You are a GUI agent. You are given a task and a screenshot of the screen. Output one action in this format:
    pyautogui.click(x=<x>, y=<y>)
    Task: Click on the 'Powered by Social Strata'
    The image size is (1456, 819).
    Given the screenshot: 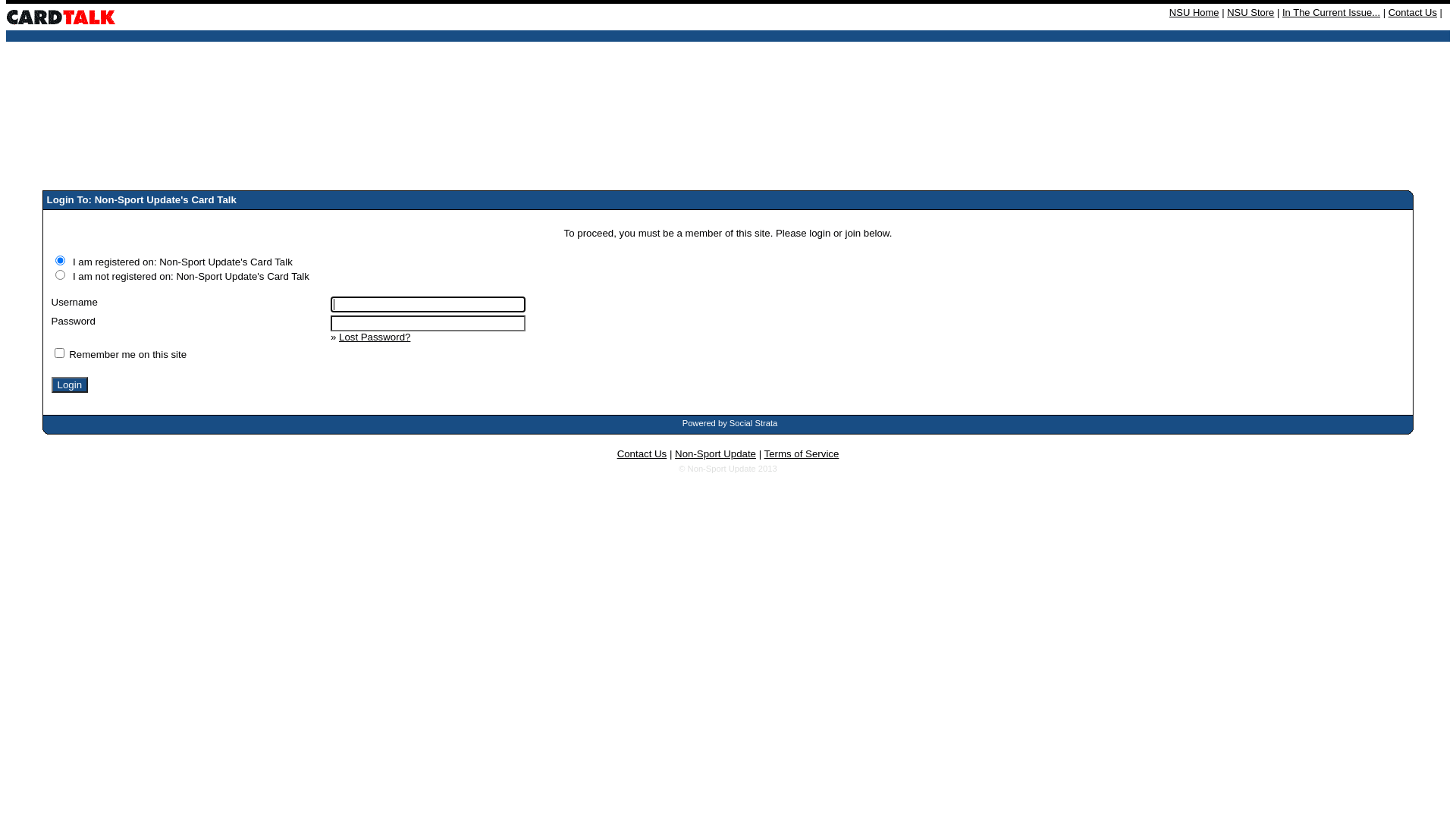 What is the action you would take?
    pyautogui.click(x=730, y=423)
    